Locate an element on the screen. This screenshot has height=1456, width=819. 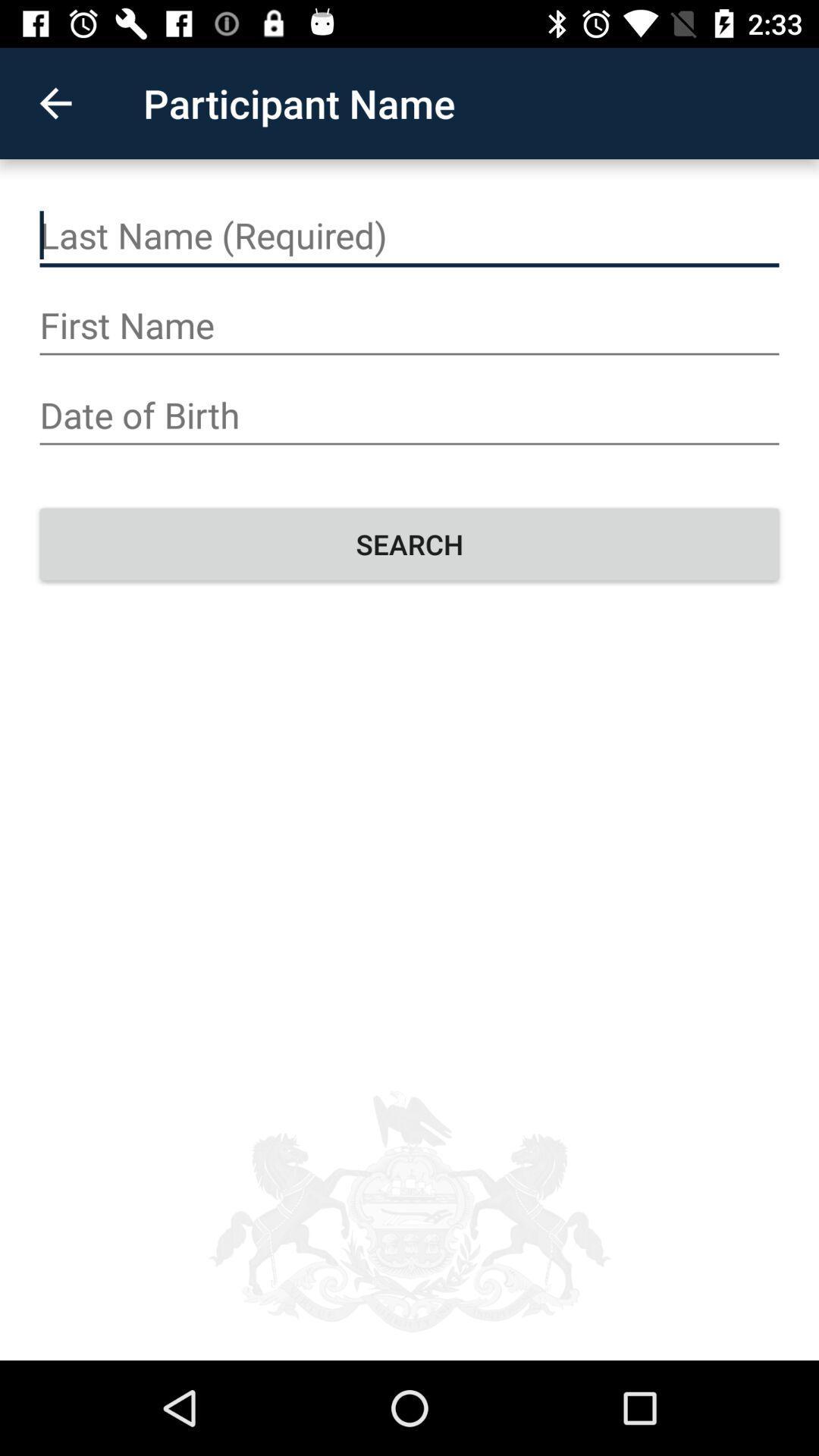
your name is located at coordinates (409, 235).